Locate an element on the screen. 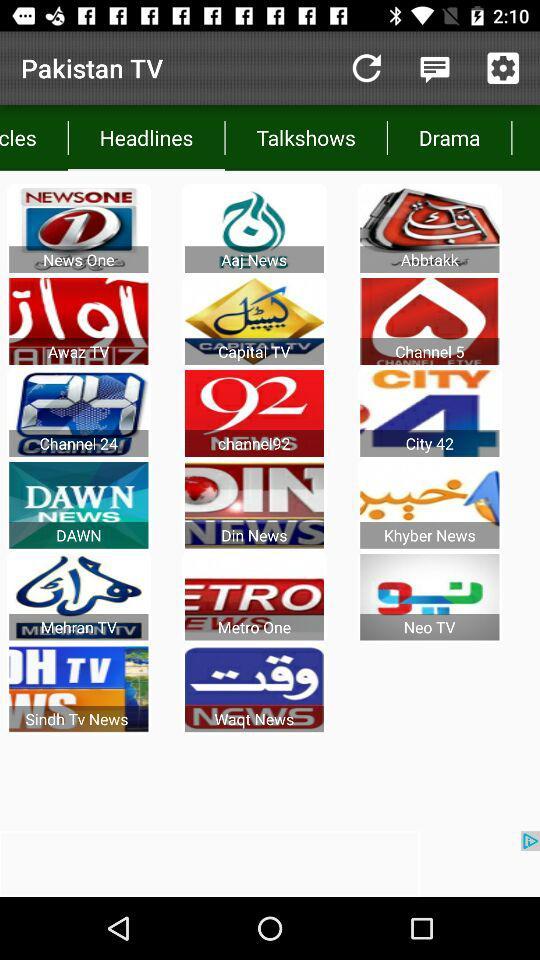 Image resolution: width=540 pixels, height=960 pixels. the icon above the drama is located at coordinates (434, 68).